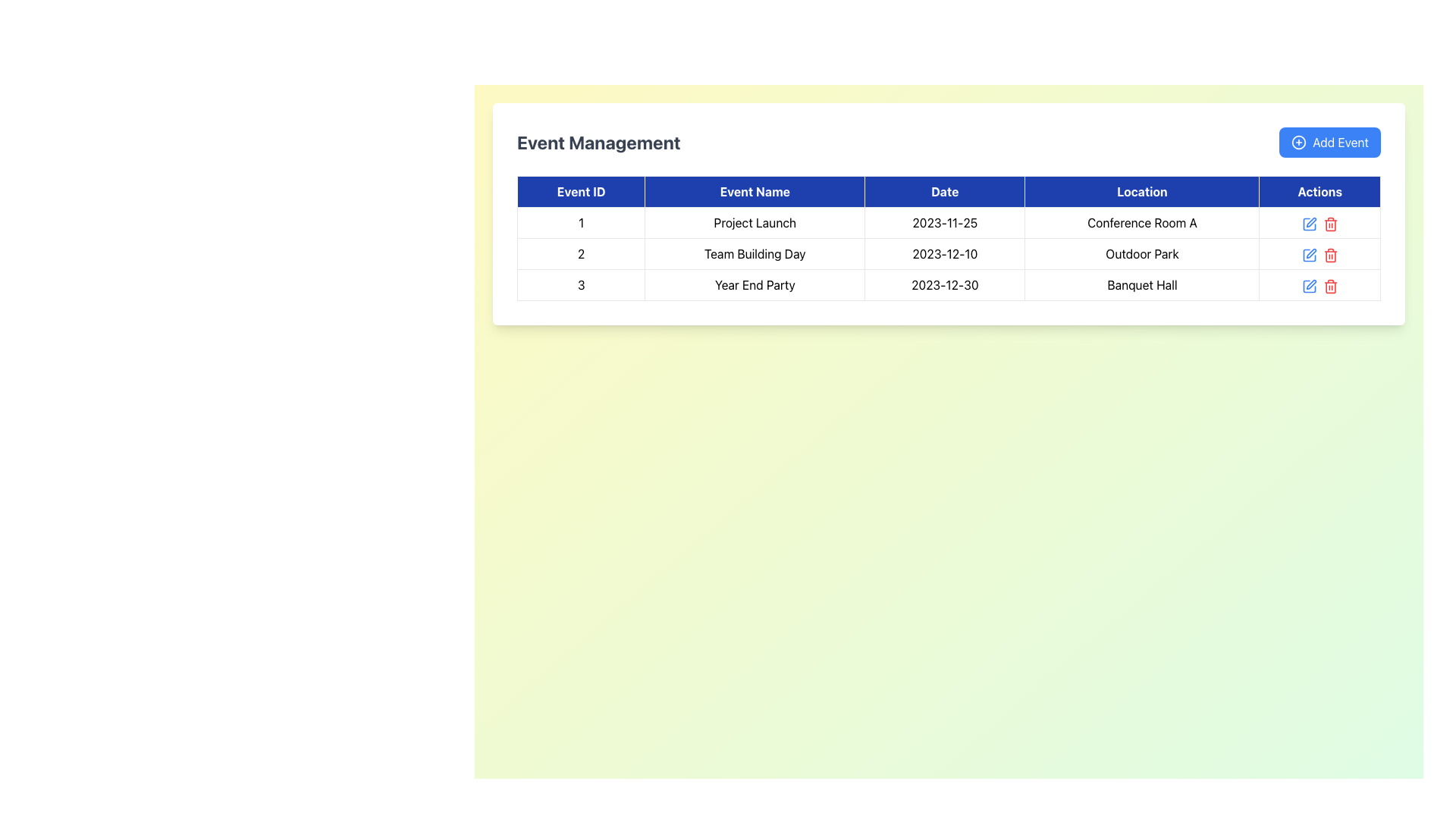 This screenshot has width=1456, height=819. I want to click on the first row of the table that represents the event with Event ID '1', Event Name 'Project Launch', Date '2023-11-25', and Location 'Conference Room A', so click(948, 222).